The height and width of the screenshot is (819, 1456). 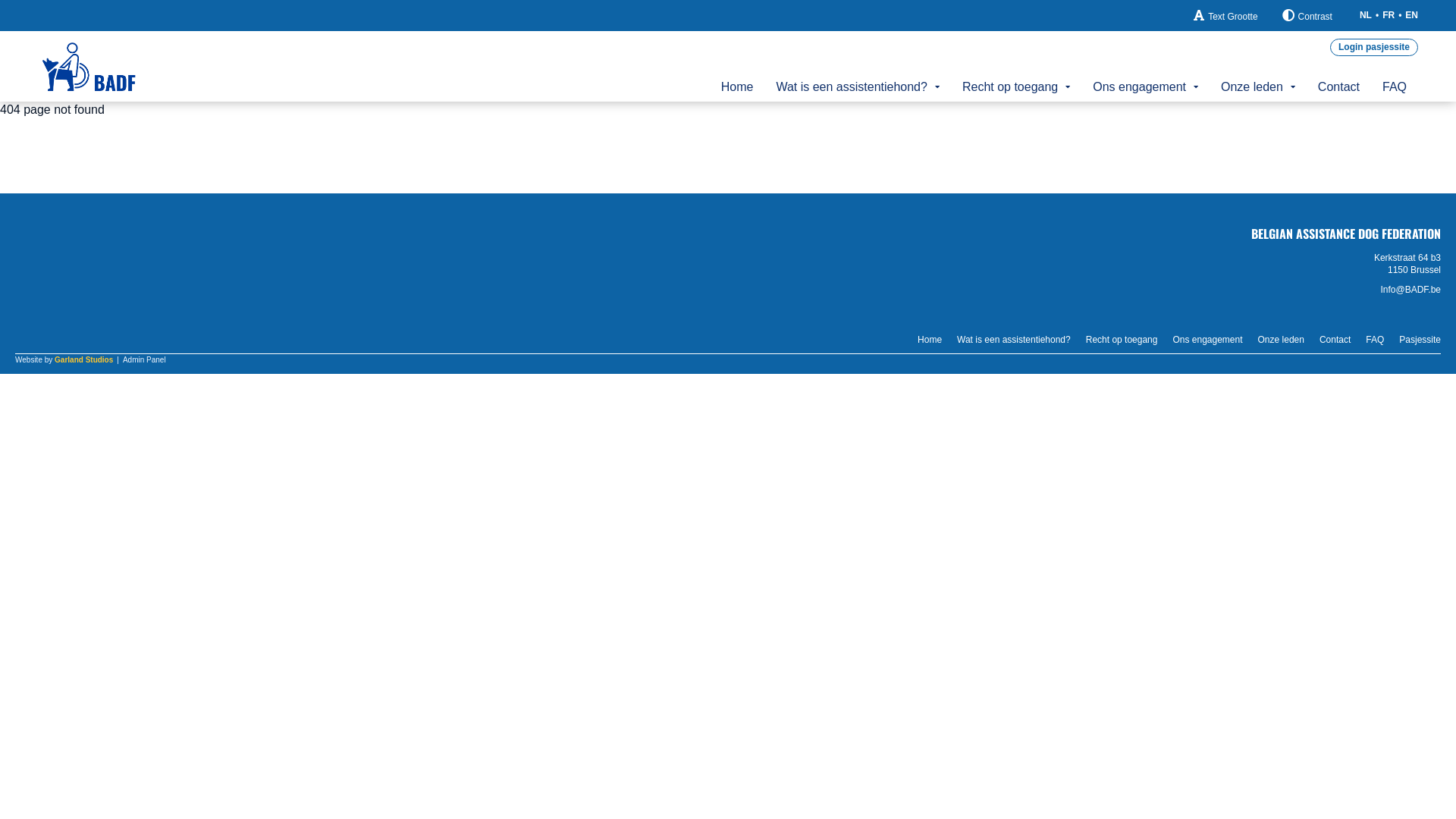 I want to click on 'Contact', so click(x=1335, y=338).